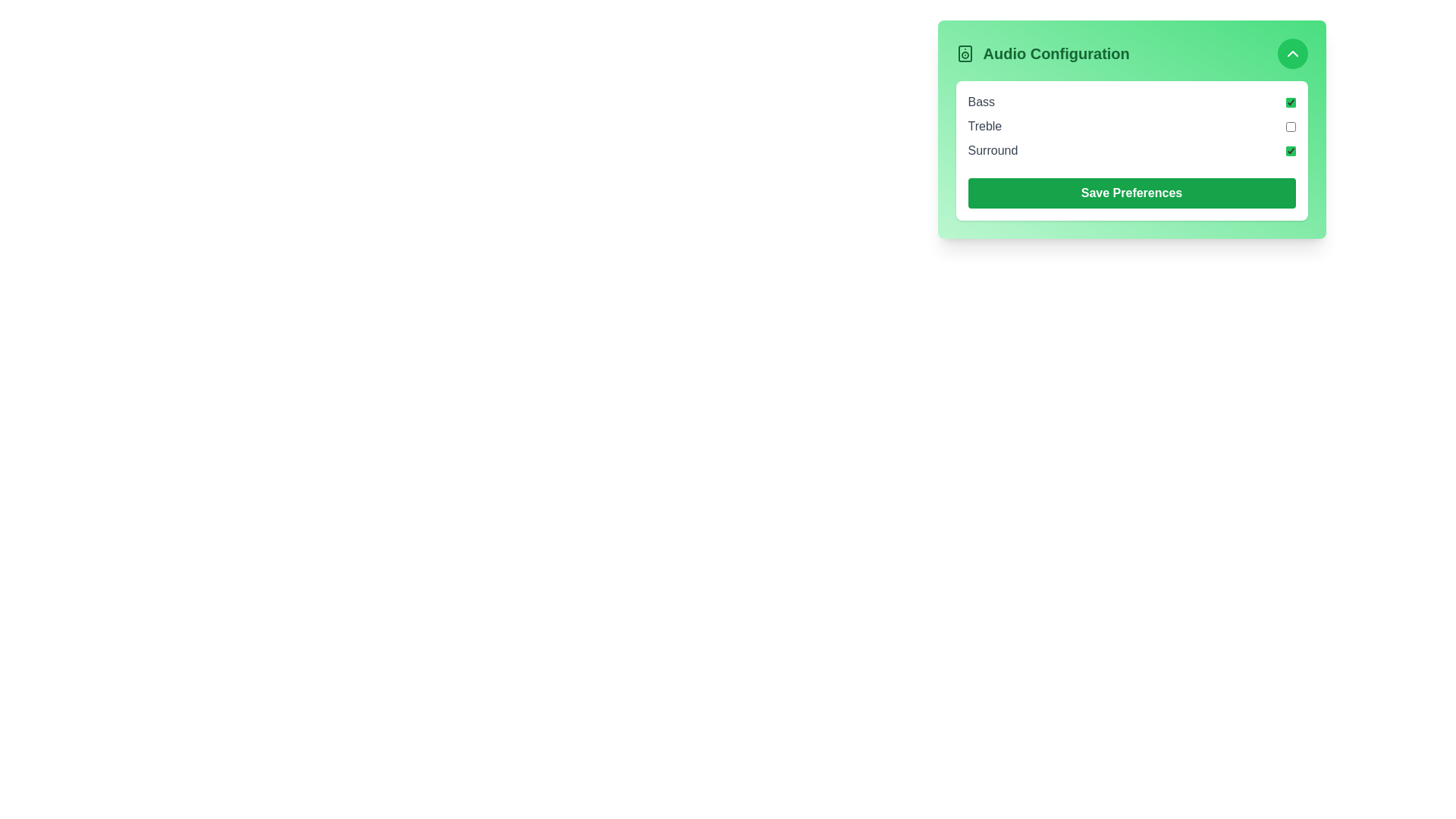  What do you see at coordinates (993, 151) in the screenshot?
I see `text content of the Text Label indicating the 'Surround' feature in the Audio Configuration section, which is positioned next to its corresponding checkbox` at bounding box center [993, 151].